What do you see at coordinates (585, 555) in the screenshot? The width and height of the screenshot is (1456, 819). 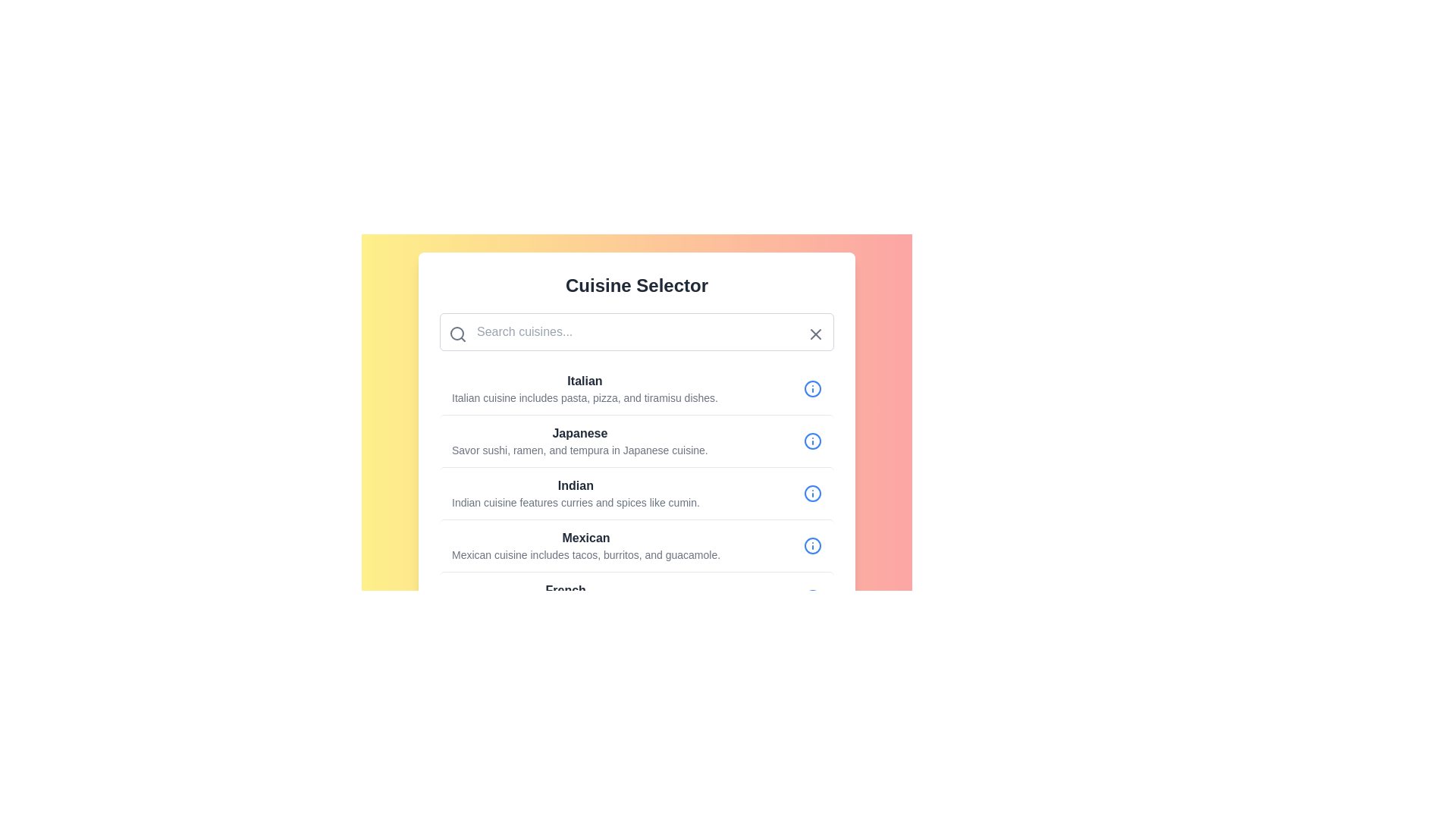 I see `the descriptive text about Mexican cuisine located below the bold text 'Mexican' and to the left of the informational icon in the 'Cuisine Selector' interface` at bounding box center [585, 555].